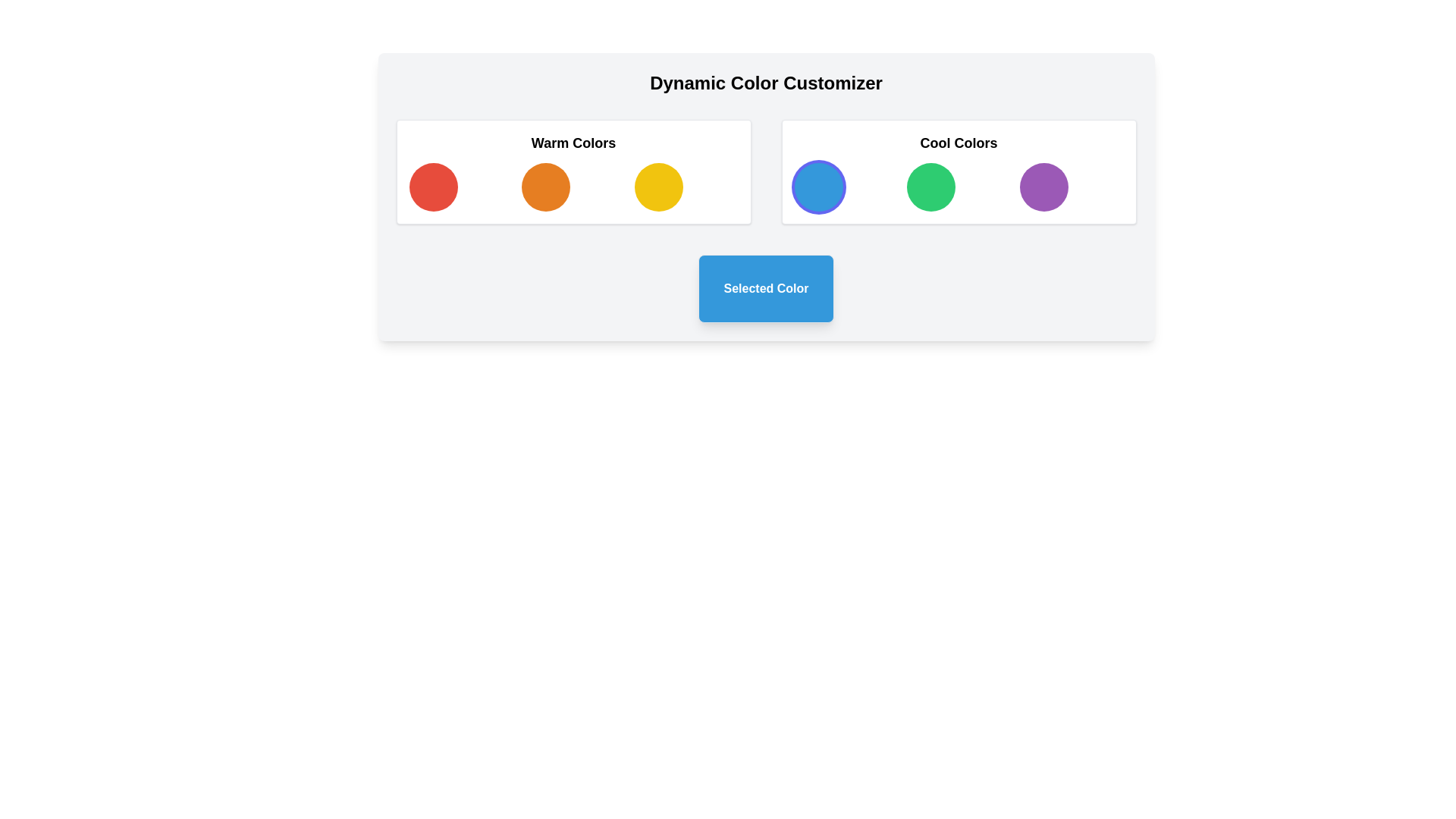 The image size is (1456, 819). I want to click on the rectangular button with a blue background and rounded corners containing the text 'Selected Color', which is centrally positioned below the sections labeled 'Warm Colors' and 'Cool Colors', so click(766, 289).